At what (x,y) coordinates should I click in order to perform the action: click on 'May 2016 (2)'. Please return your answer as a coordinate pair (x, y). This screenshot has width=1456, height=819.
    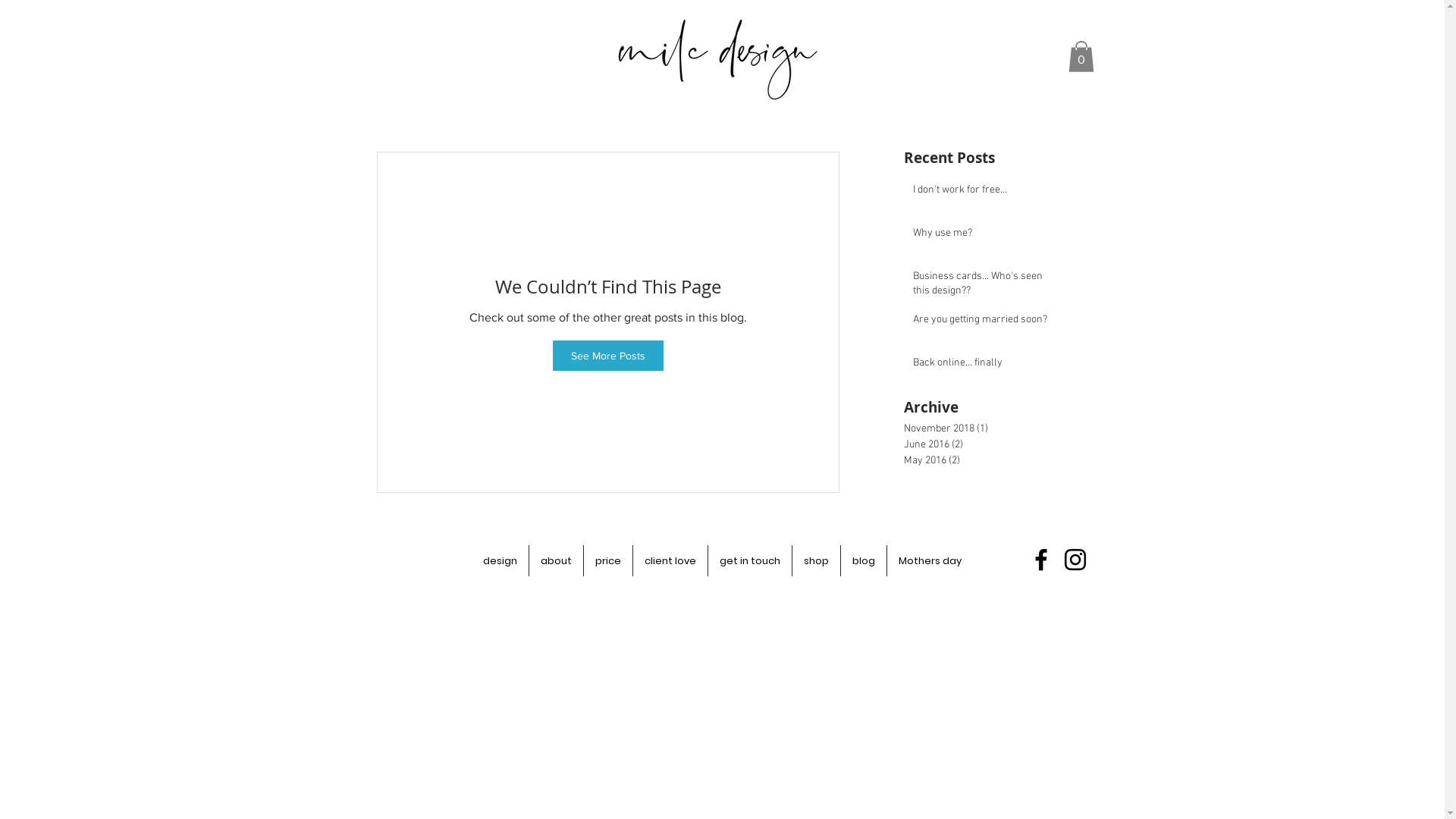
    Looking at the image, I should click on (983, 460).